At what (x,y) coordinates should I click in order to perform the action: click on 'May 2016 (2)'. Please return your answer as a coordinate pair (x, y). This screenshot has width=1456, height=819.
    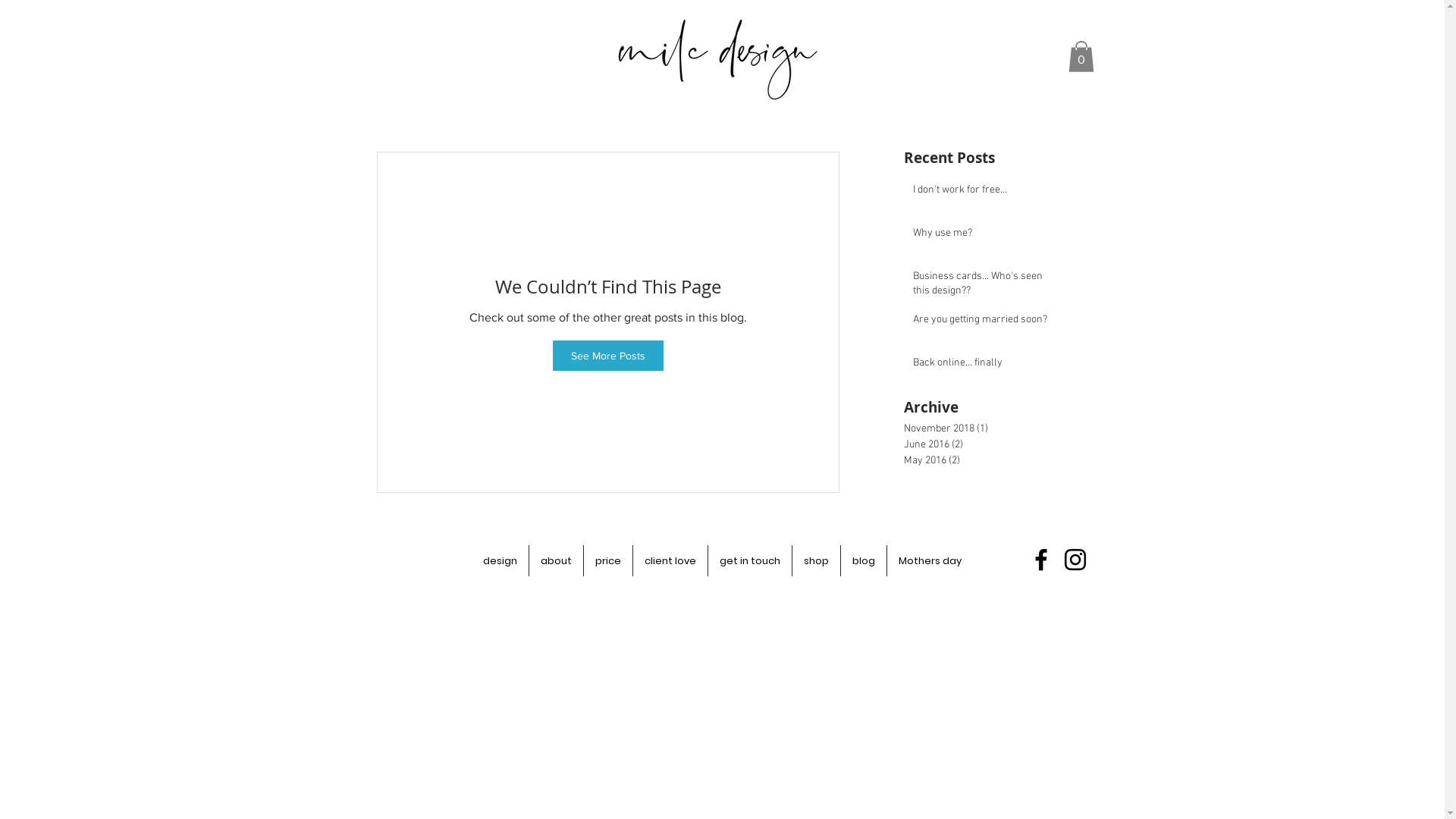
    Looking at the image, I should click on (983, 460).